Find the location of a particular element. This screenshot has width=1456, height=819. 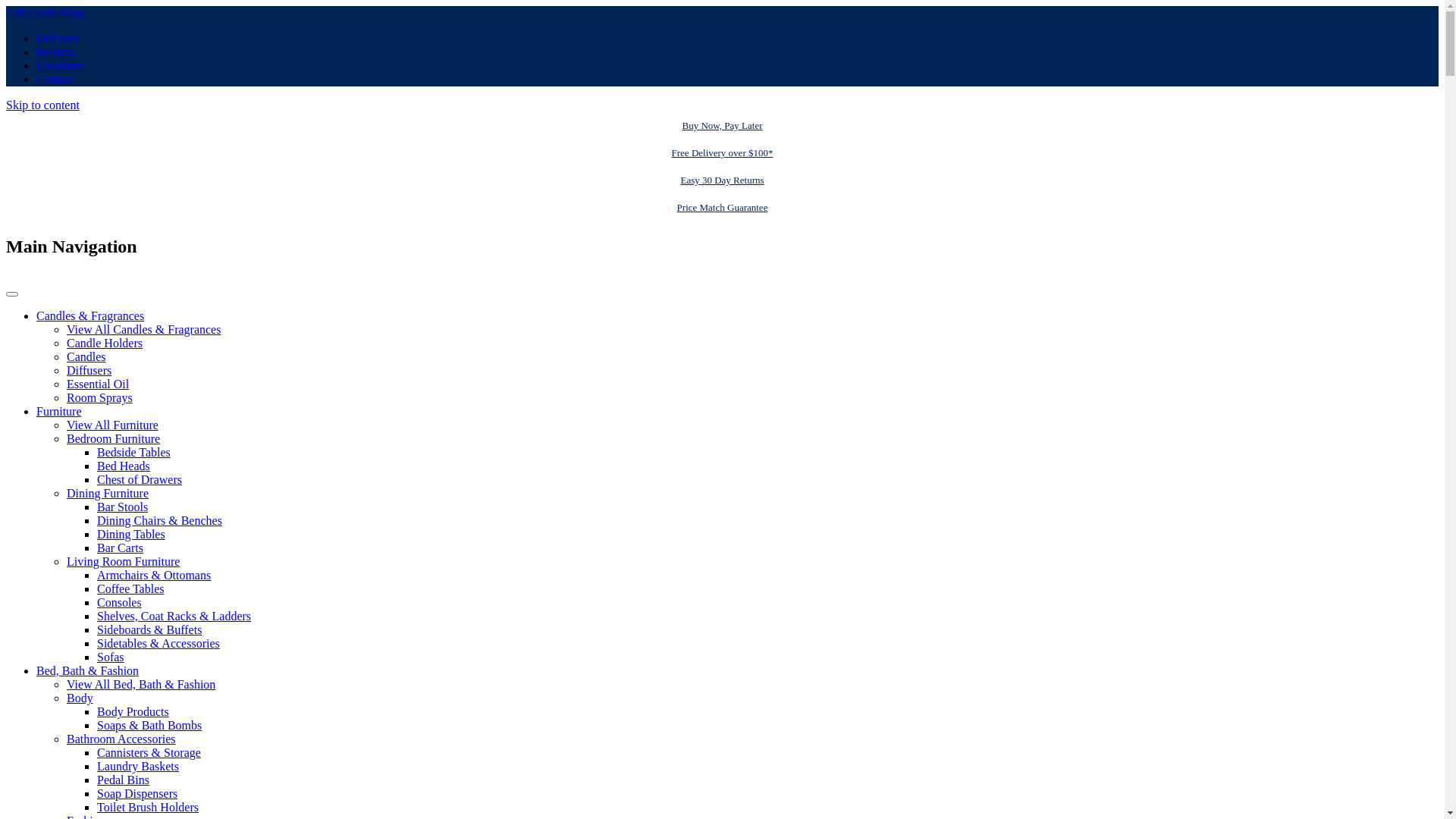

'Living Room Furniture' is located at coordinates (65, 561).